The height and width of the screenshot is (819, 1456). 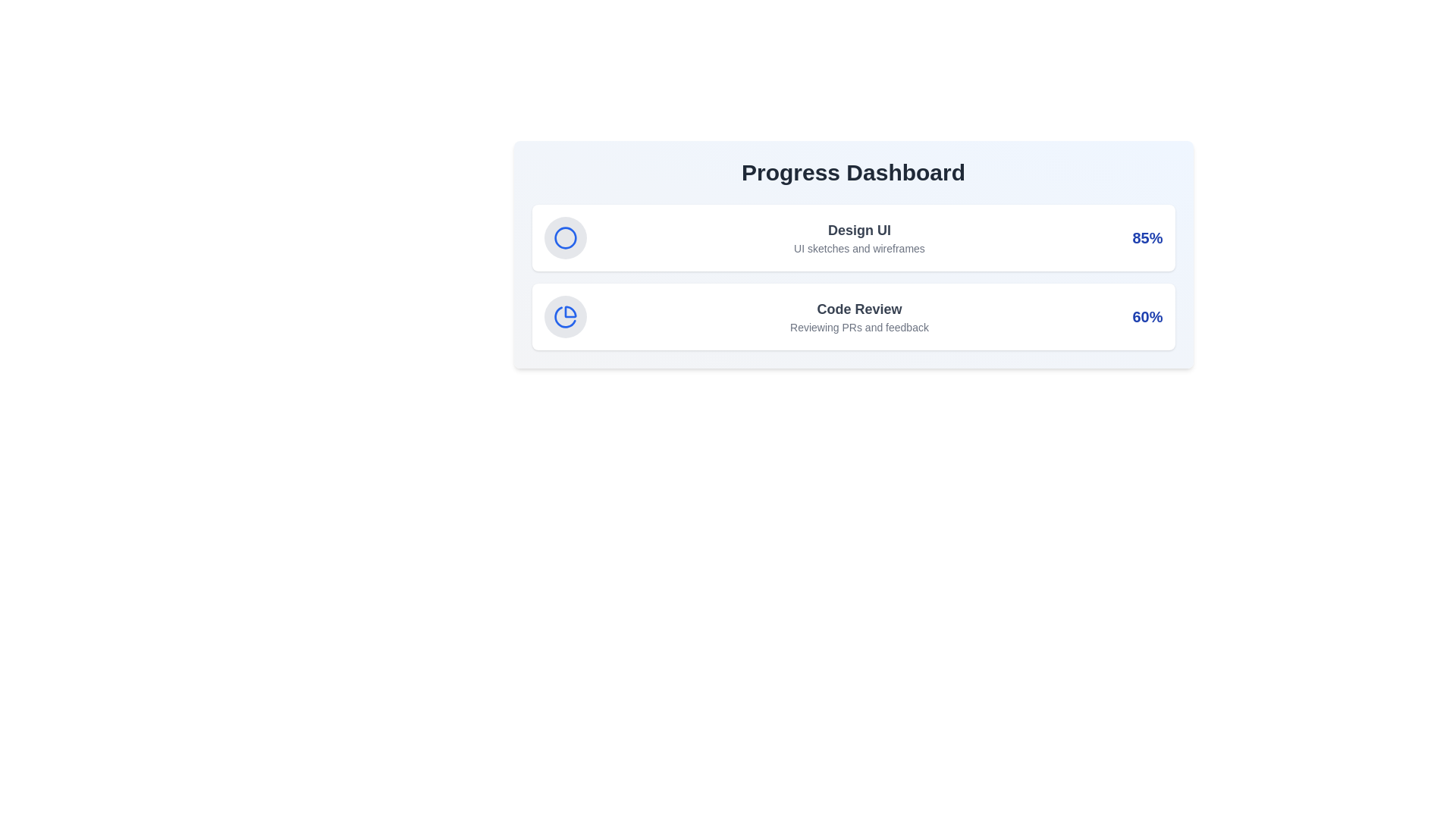 I want to click on the progress Text label that indicates the completion percentage for the task titled 'Design UI', located to the right of the descriptive text 'UI sketches and wireframes', so click(x=1147, y=237).